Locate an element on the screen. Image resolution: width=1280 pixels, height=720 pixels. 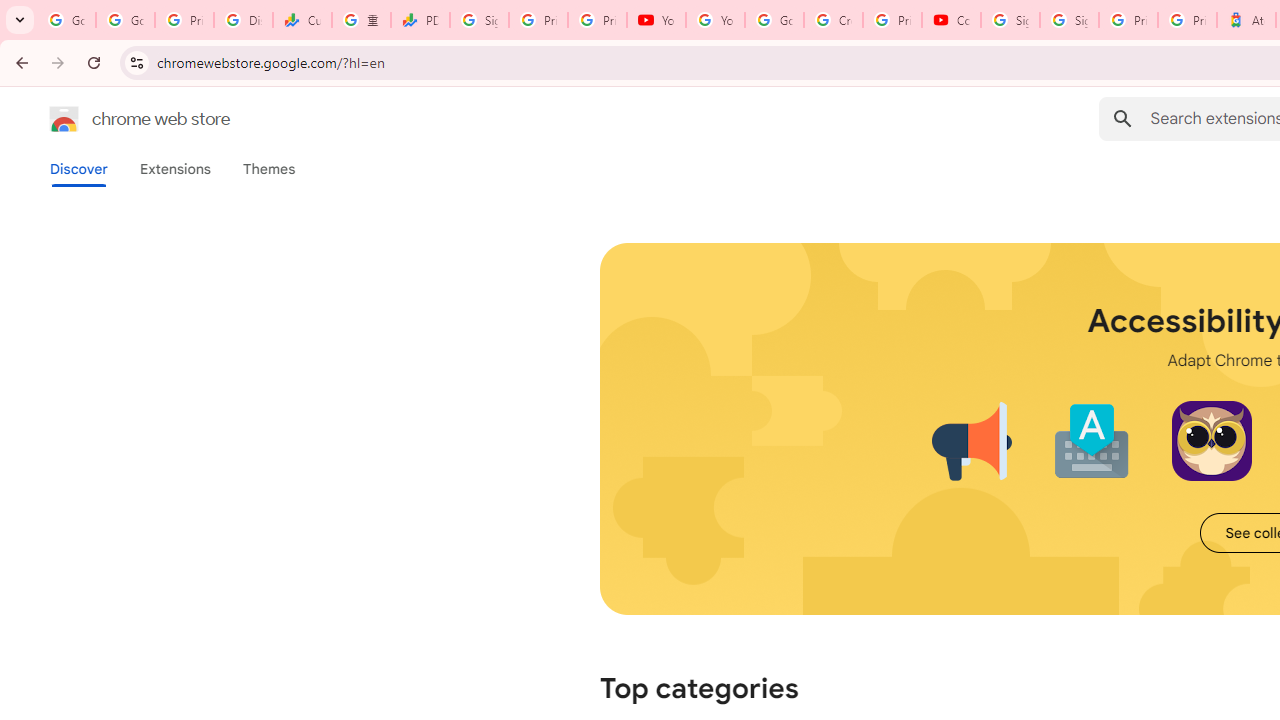
'Sign in - Google Accounts' is located at coordinates (1068, 20).